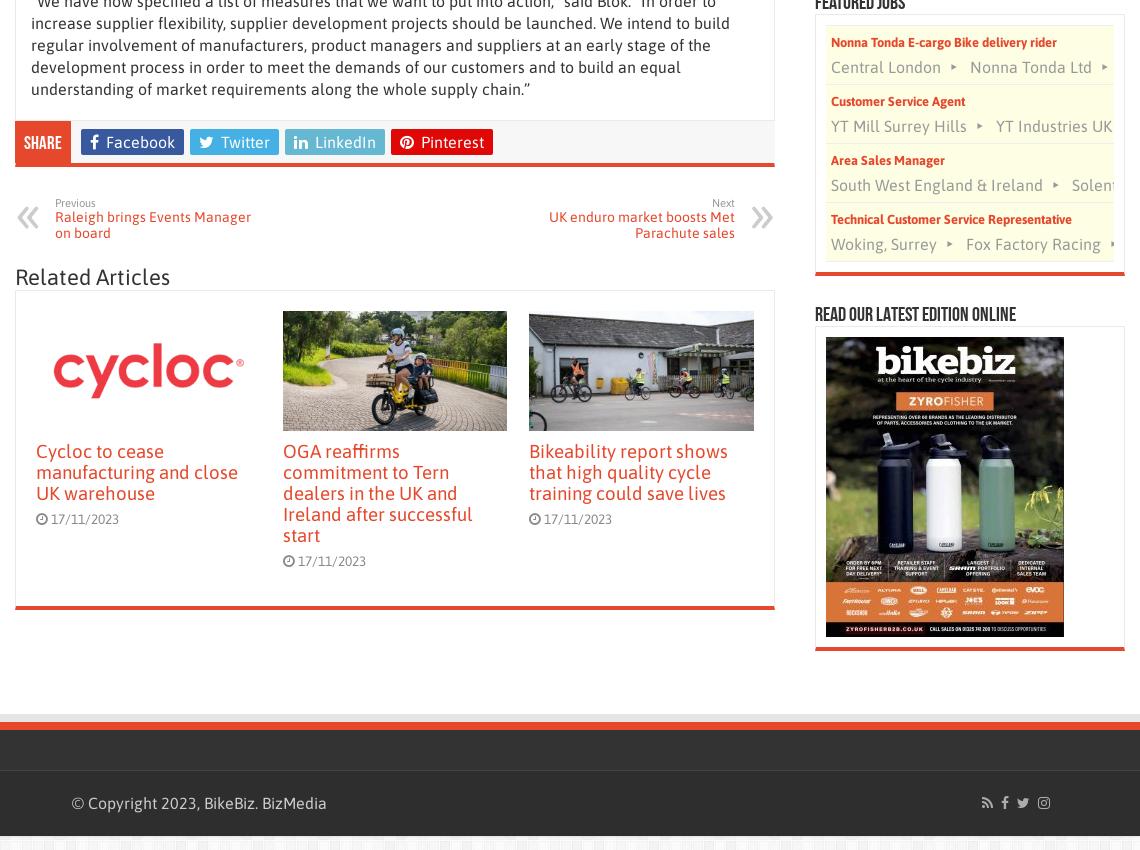 This screenshot has height=850, width=1140. What do you see at coordinates (899, 124) in the screenshot?
I see `'YT Mill Surrey Hills'` at bounding box center [899, 124].